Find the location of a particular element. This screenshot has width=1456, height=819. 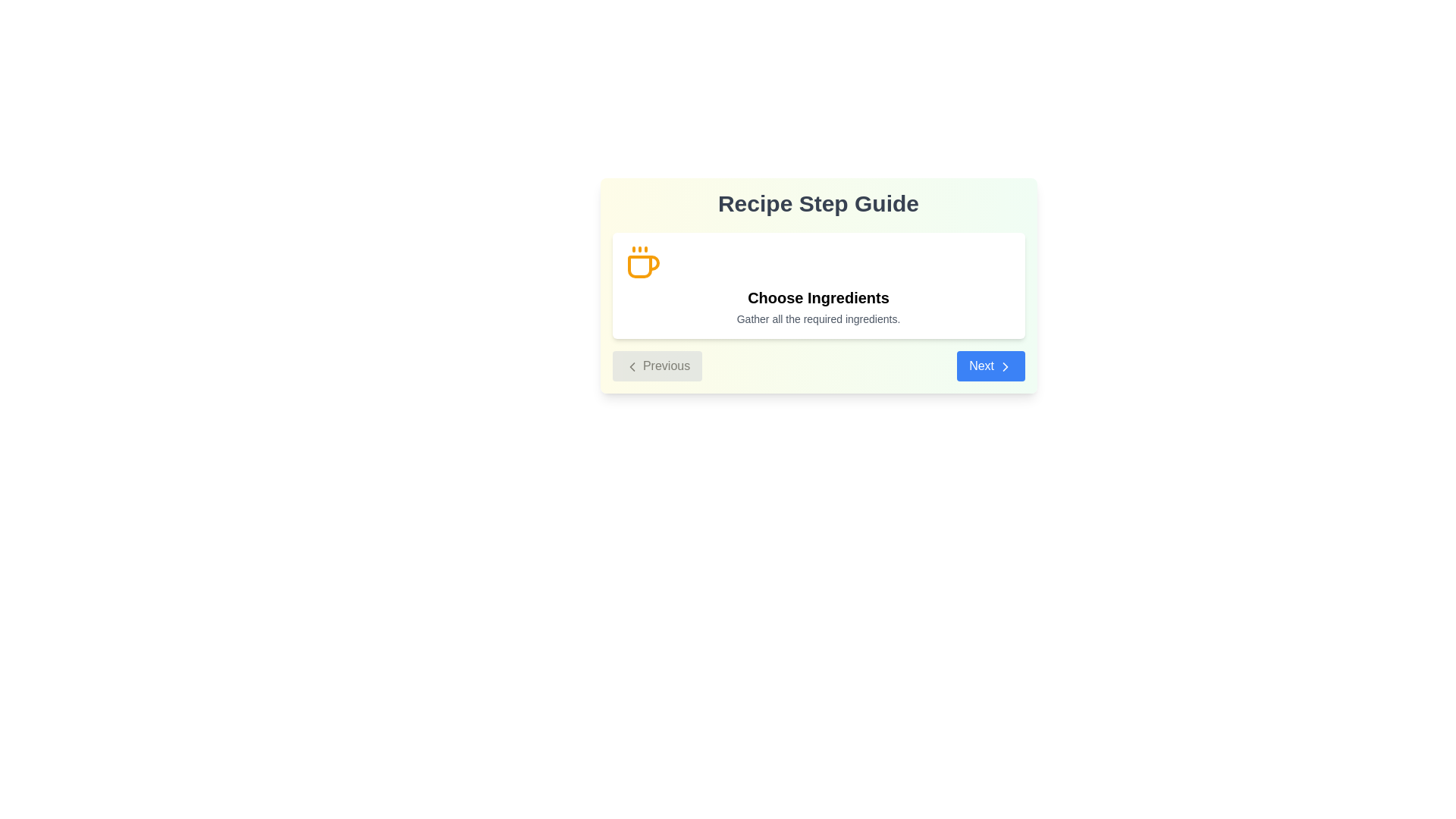

the 'Next' button located in the lower-right corner of the dialog box beneath the text 'Choose Ingredients' to proceed to the next step is located at coordinates (990, 366).